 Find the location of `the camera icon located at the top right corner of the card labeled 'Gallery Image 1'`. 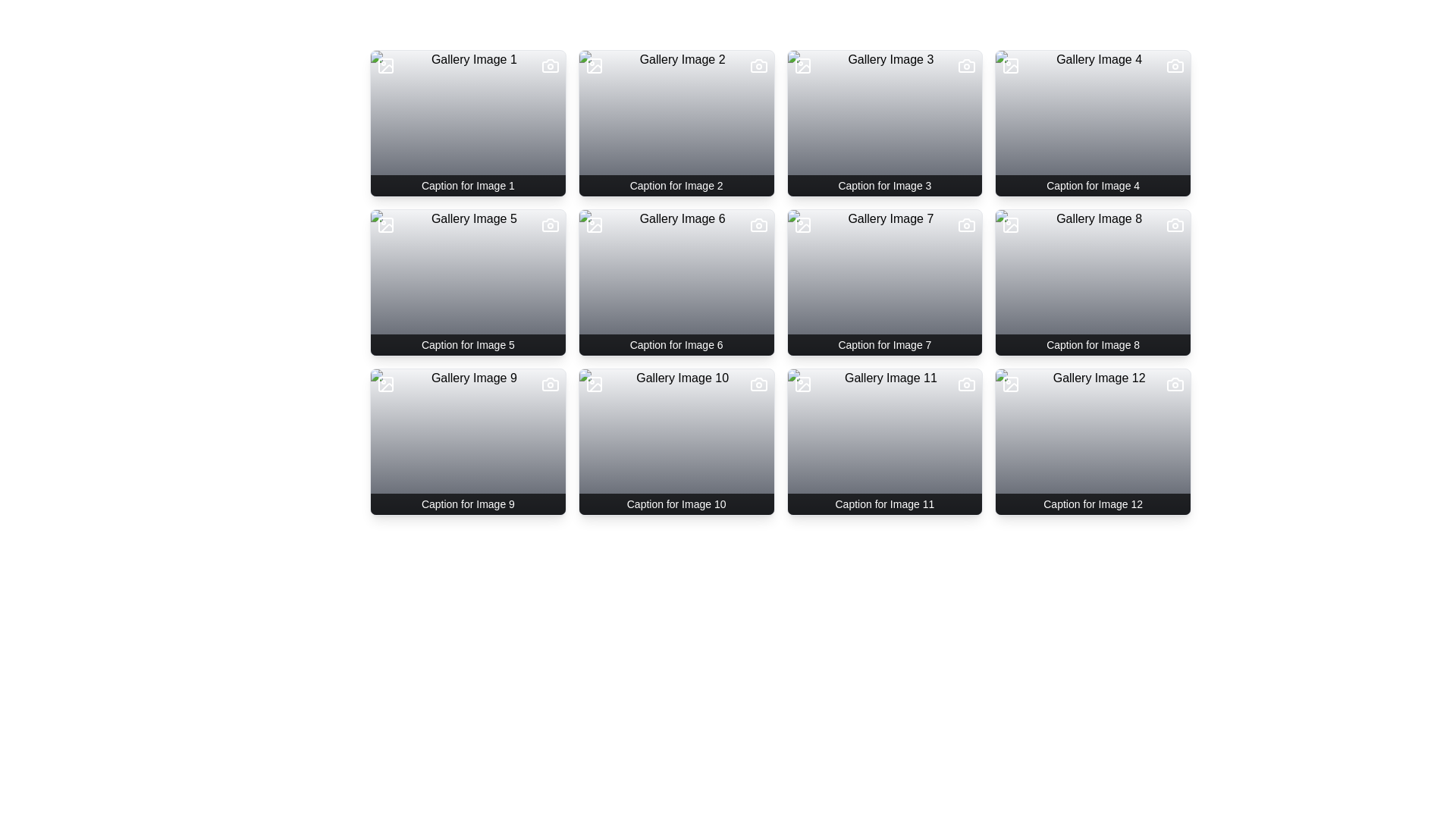

the camera icon located at the top right corner of the card labeled 'Gallery Image 1' is located at coordinates (549, 65).